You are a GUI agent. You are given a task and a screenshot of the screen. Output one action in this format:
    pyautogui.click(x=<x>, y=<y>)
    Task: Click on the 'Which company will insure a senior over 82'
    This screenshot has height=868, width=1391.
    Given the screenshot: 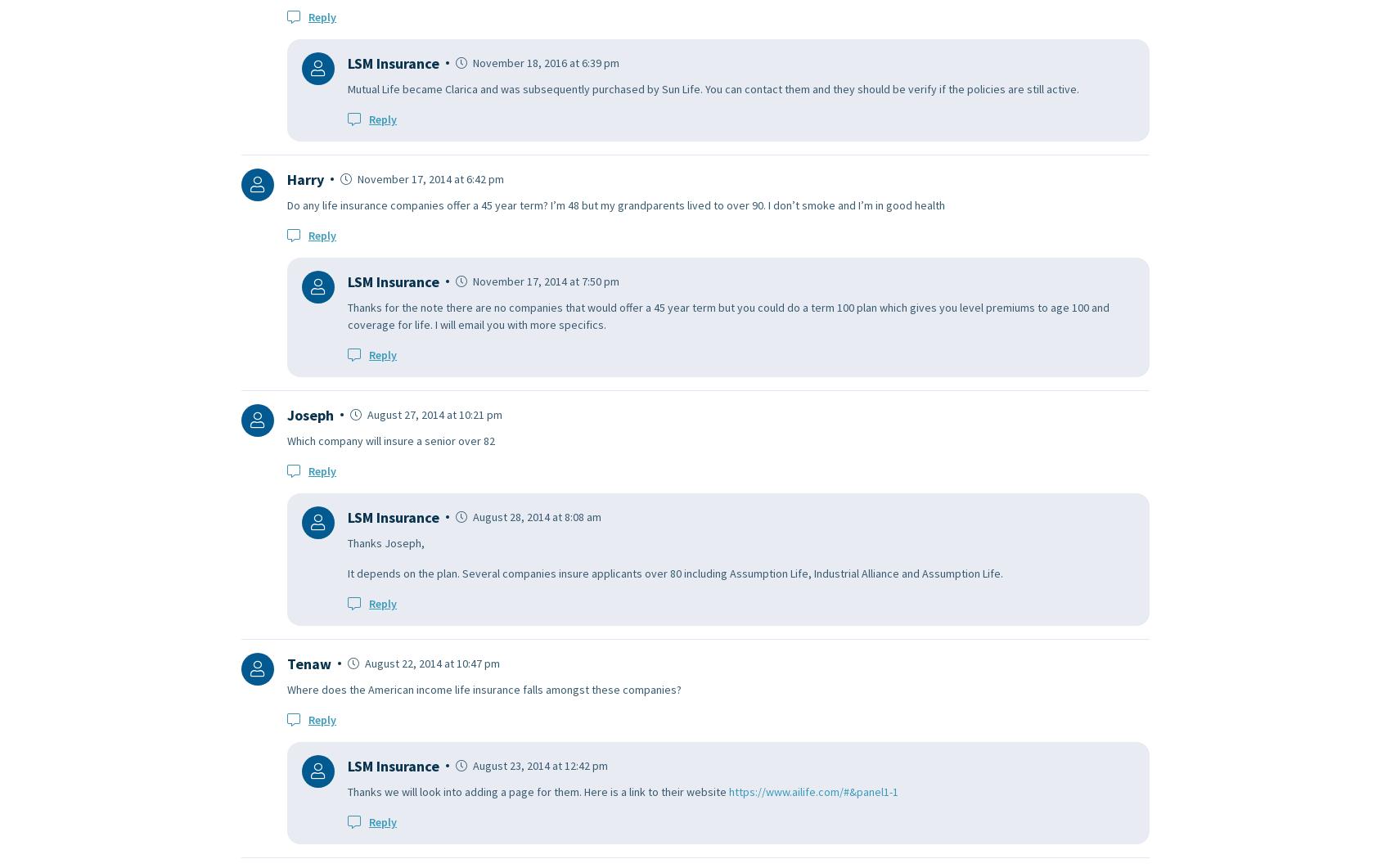 What is the action you would take?
    pyautogui.click(x=391, y=439)
    